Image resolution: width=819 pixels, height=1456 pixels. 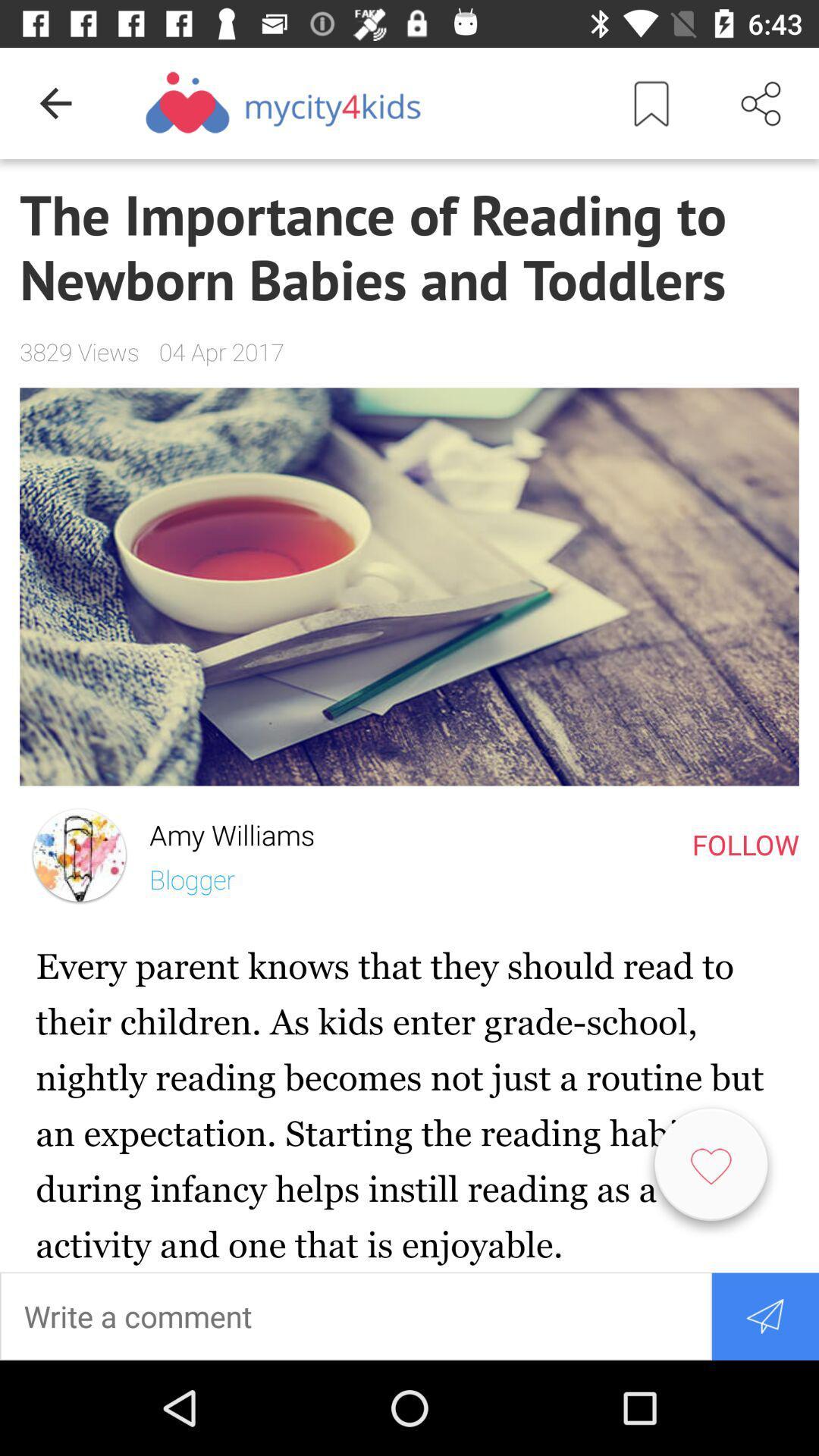 What do you see at coordinates (356, 1315) in the screenshot?
I see `comment` at bounding box center [356, 1315].